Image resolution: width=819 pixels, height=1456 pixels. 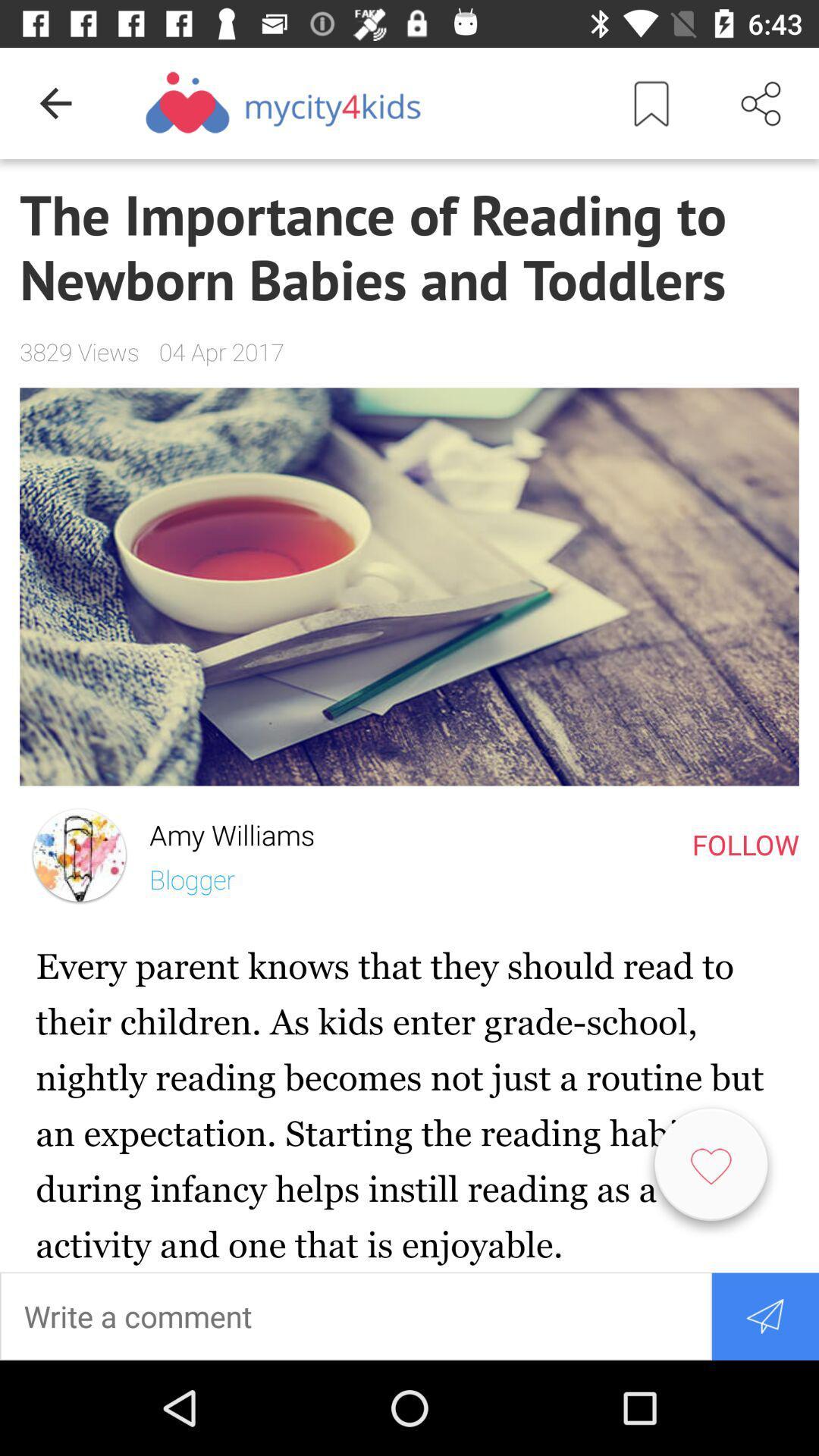 What do you see at coordinates (356, 1315) in the screenshot?
I see `comment` at bounding box center [356, 1315].